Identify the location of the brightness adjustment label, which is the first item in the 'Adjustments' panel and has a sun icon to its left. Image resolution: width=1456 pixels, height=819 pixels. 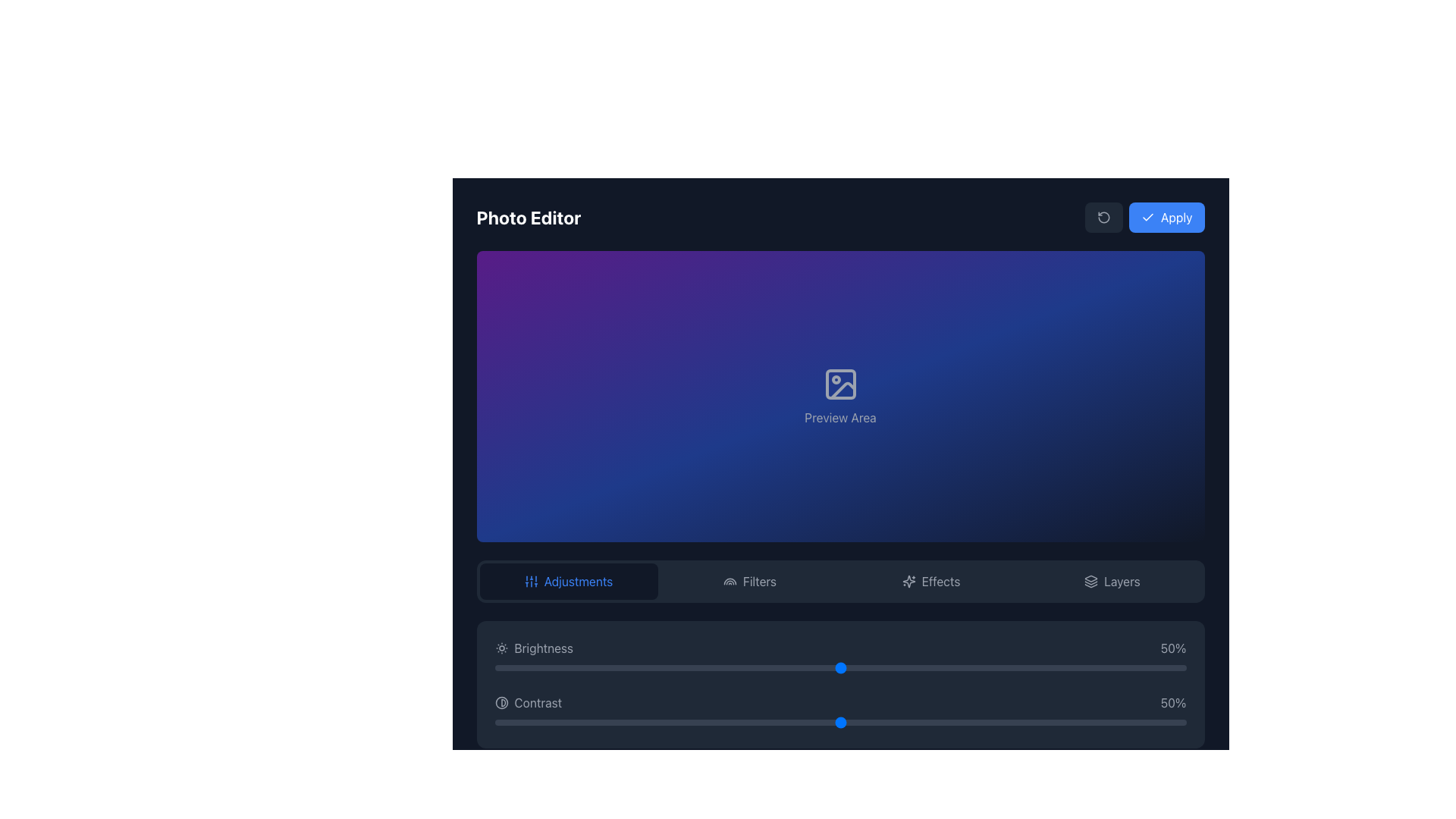
(544, 648).